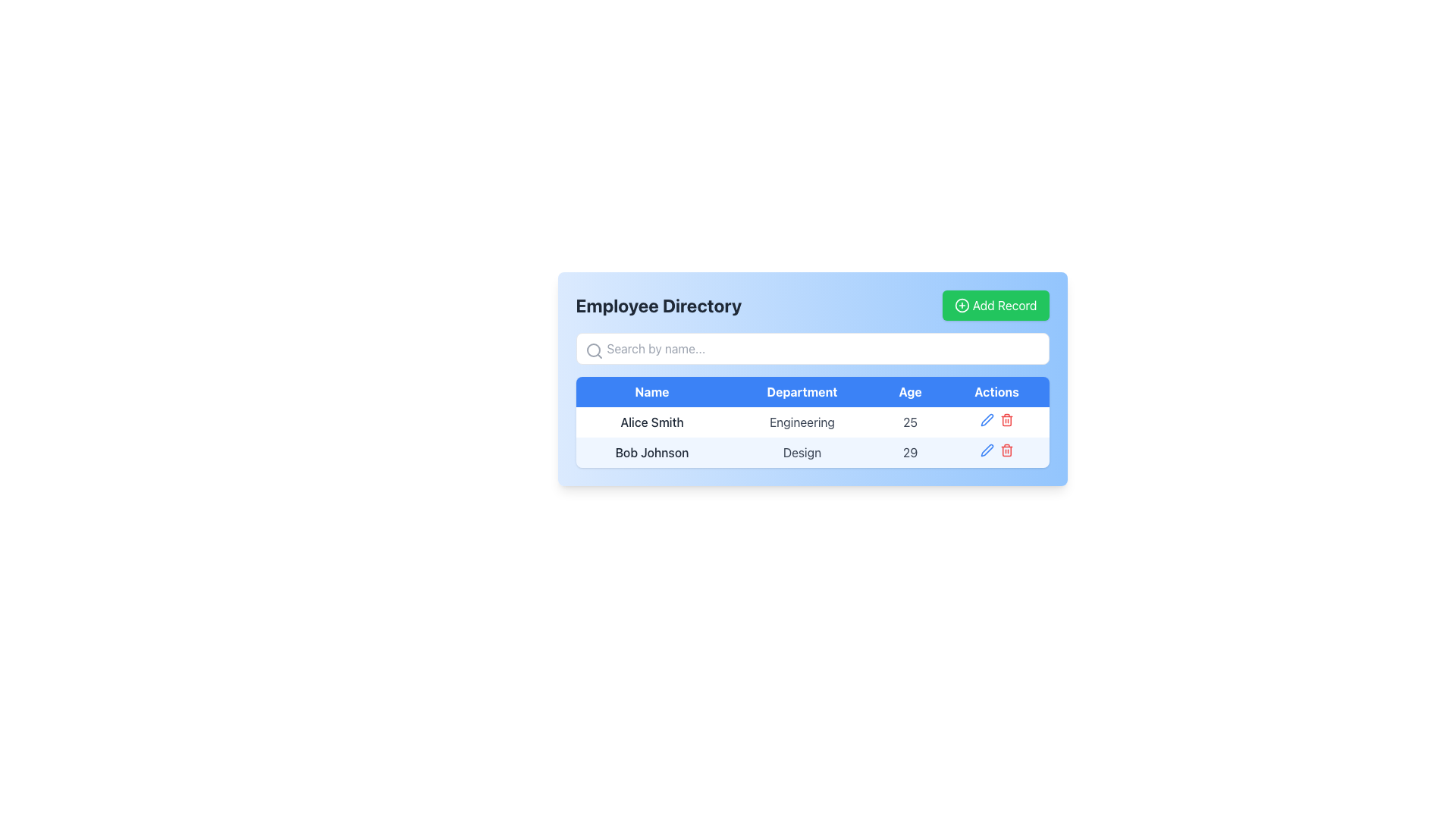 Image resolution: width=1456 pixels, height=819 pixels. Describe the element at coordinates (996, 422) in the screenshot. I see `the red trash bin icon in the 'Actions' column of the table row for 'Alice Smith'` at that location.